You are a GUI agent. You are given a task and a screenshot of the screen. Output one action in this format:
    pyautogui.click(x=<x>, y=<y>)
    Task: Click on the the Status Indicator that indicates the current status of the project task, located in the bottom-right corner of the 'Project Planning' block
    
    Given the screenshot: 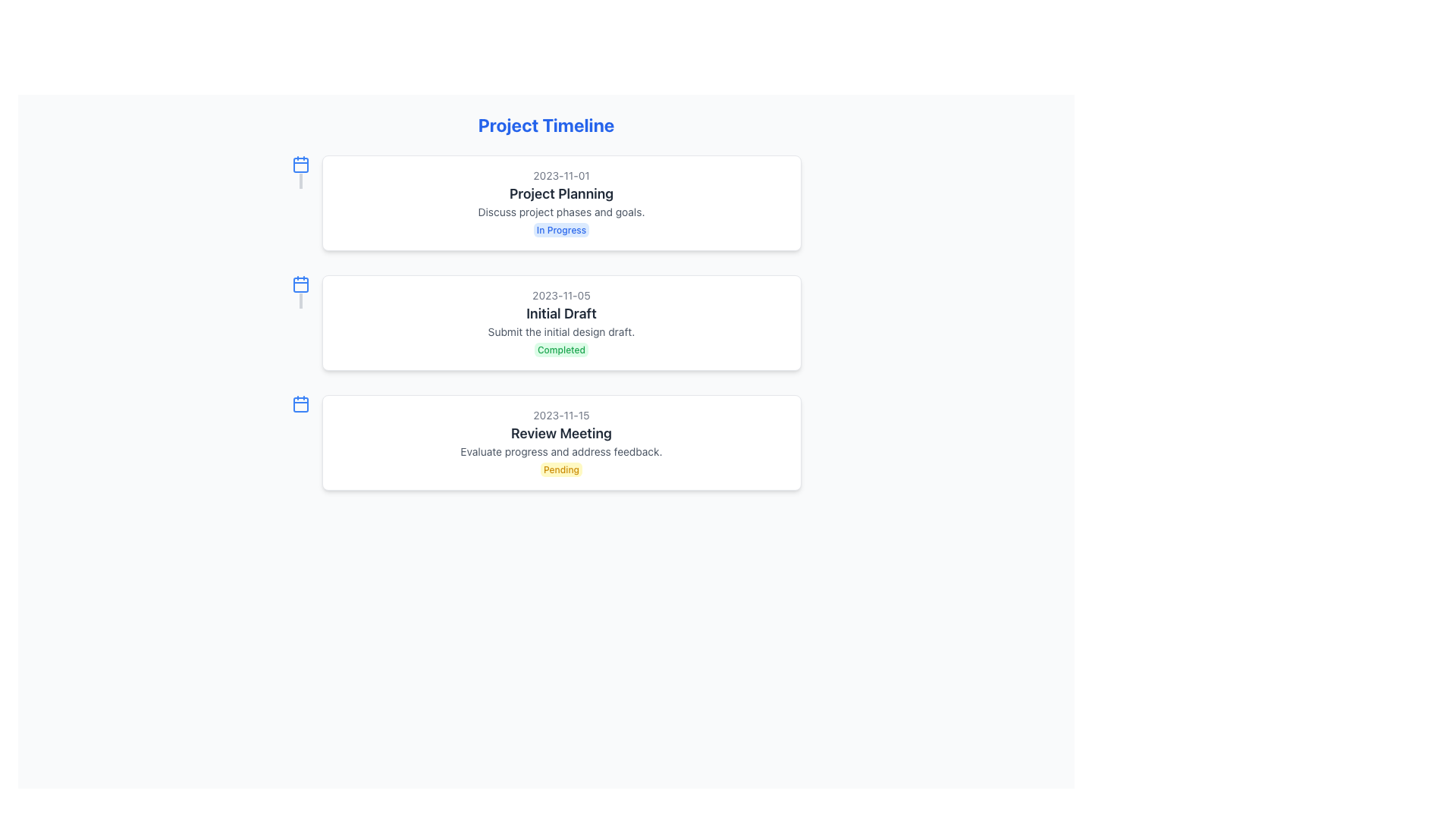 What is the action you would take?
    pyautogui.click(x=560, y=230)
    